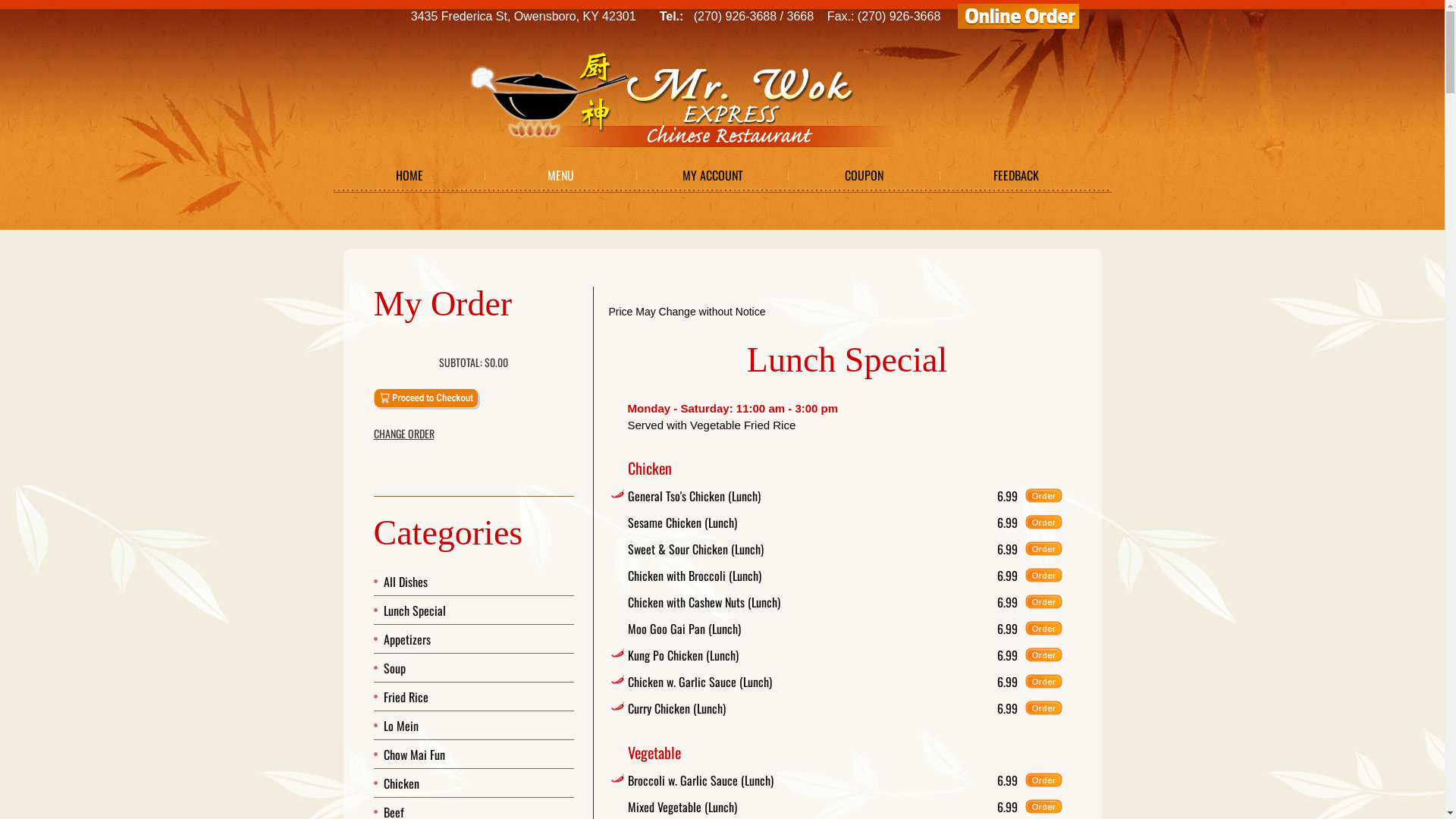 Image resolution: width=1456 pixels, height=819 pixels. What do you see at coordinates (864, 174) in the screenshot?
I see `'COUPON'` at bounding box center [864, 174].